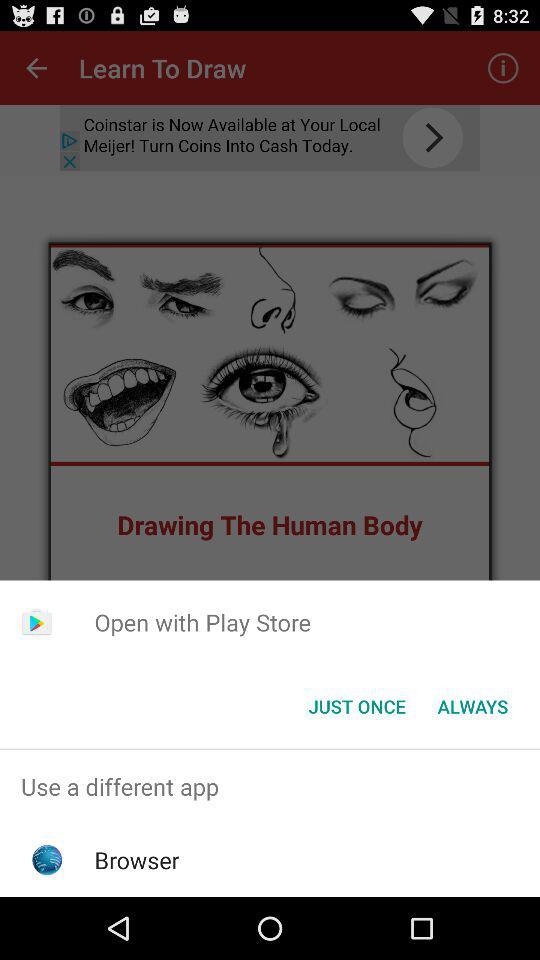 The width and height of the screenshot is (540, 960). Describe the element at coordinates (136, 859) in the screenshot. I see `the app below use a different icon` at that location.